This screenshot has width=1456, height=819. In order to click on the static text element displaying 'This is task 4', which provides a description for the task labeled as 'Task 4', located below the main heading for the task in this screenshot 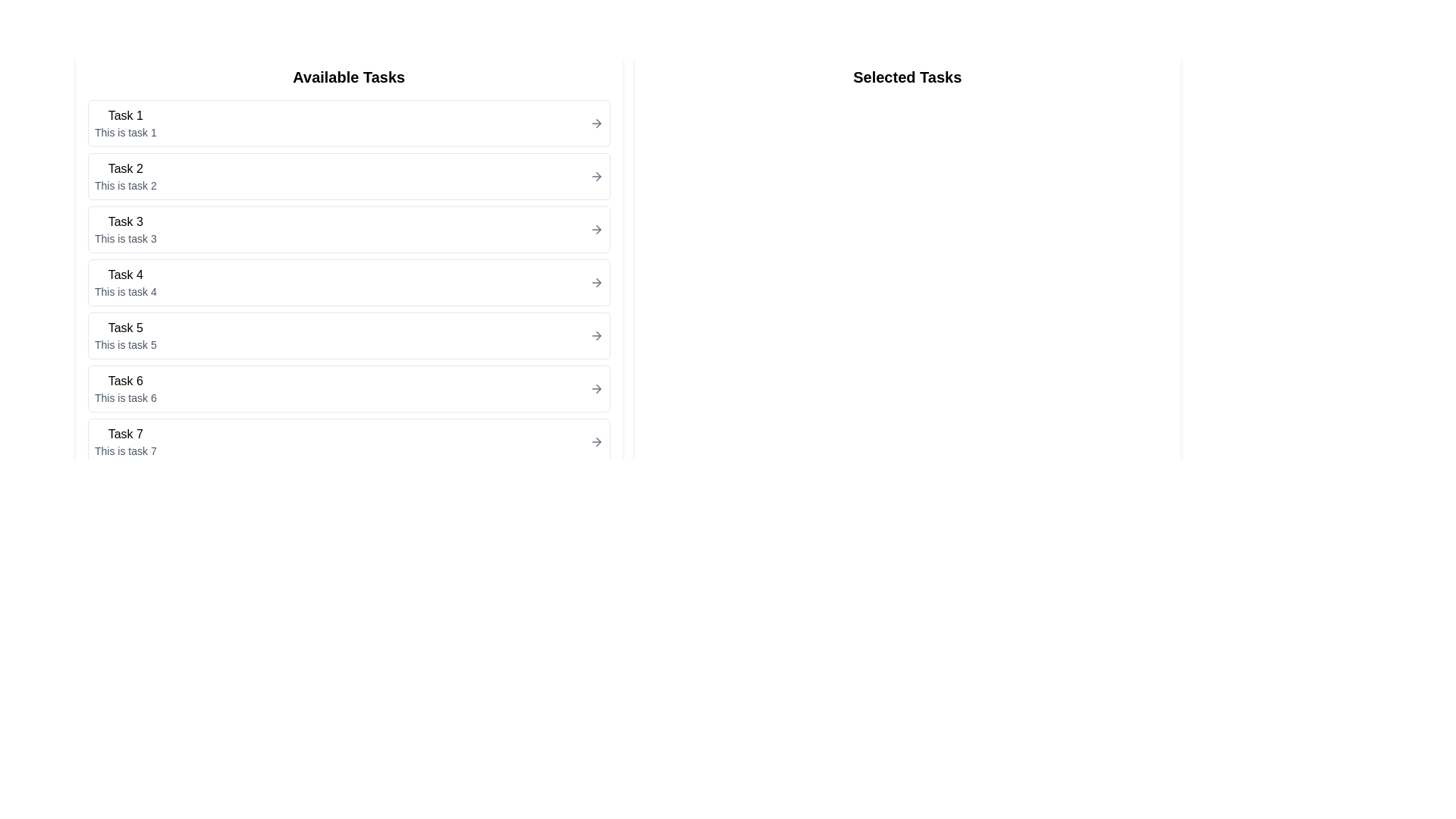, I will do `click(125, 292)`.